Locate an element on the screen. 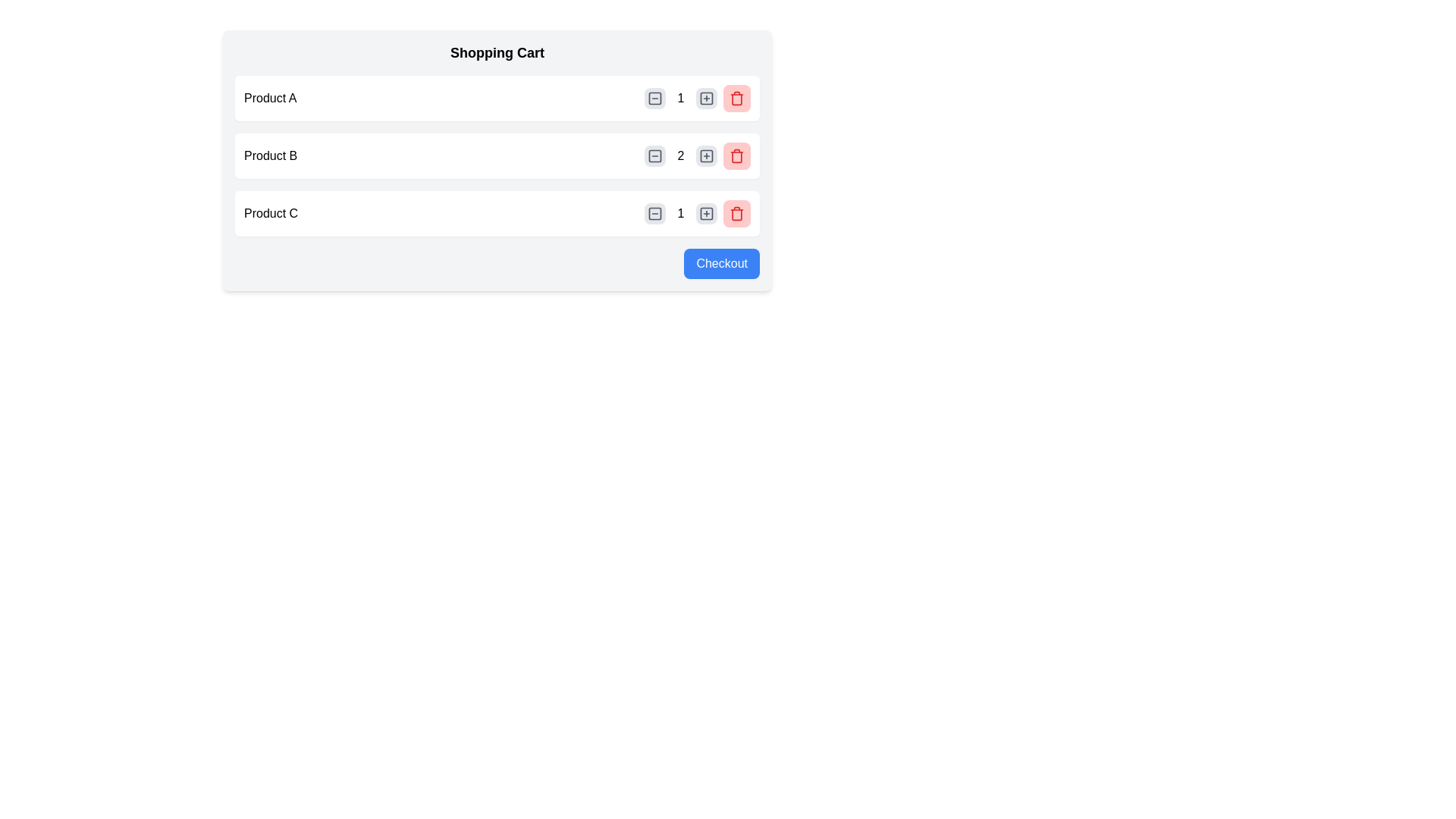 The height and width of the screenshot is (819, 1456). the square button with a '+' symbol, located to the right of the '2' text and to the left of the trash icon button in the shopping cart interface is located at coordinates (705, 155).